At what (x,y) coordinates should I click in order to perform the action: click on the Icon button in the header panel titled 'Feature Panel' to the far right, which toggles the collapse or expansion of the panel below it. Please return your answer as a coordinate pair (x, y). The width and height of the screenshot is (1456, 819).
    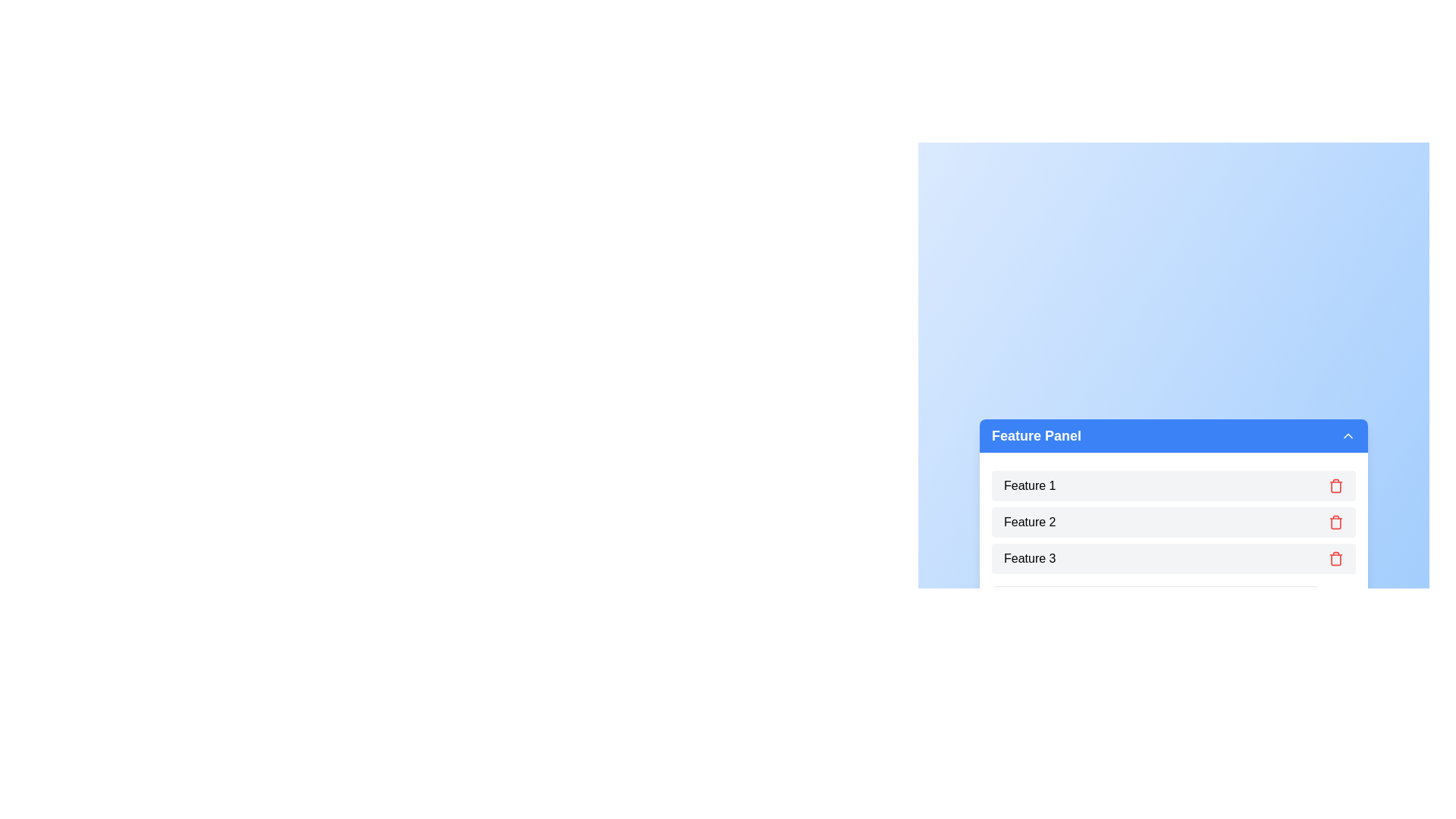
    Looking at the image, I should click on (1348, 435).